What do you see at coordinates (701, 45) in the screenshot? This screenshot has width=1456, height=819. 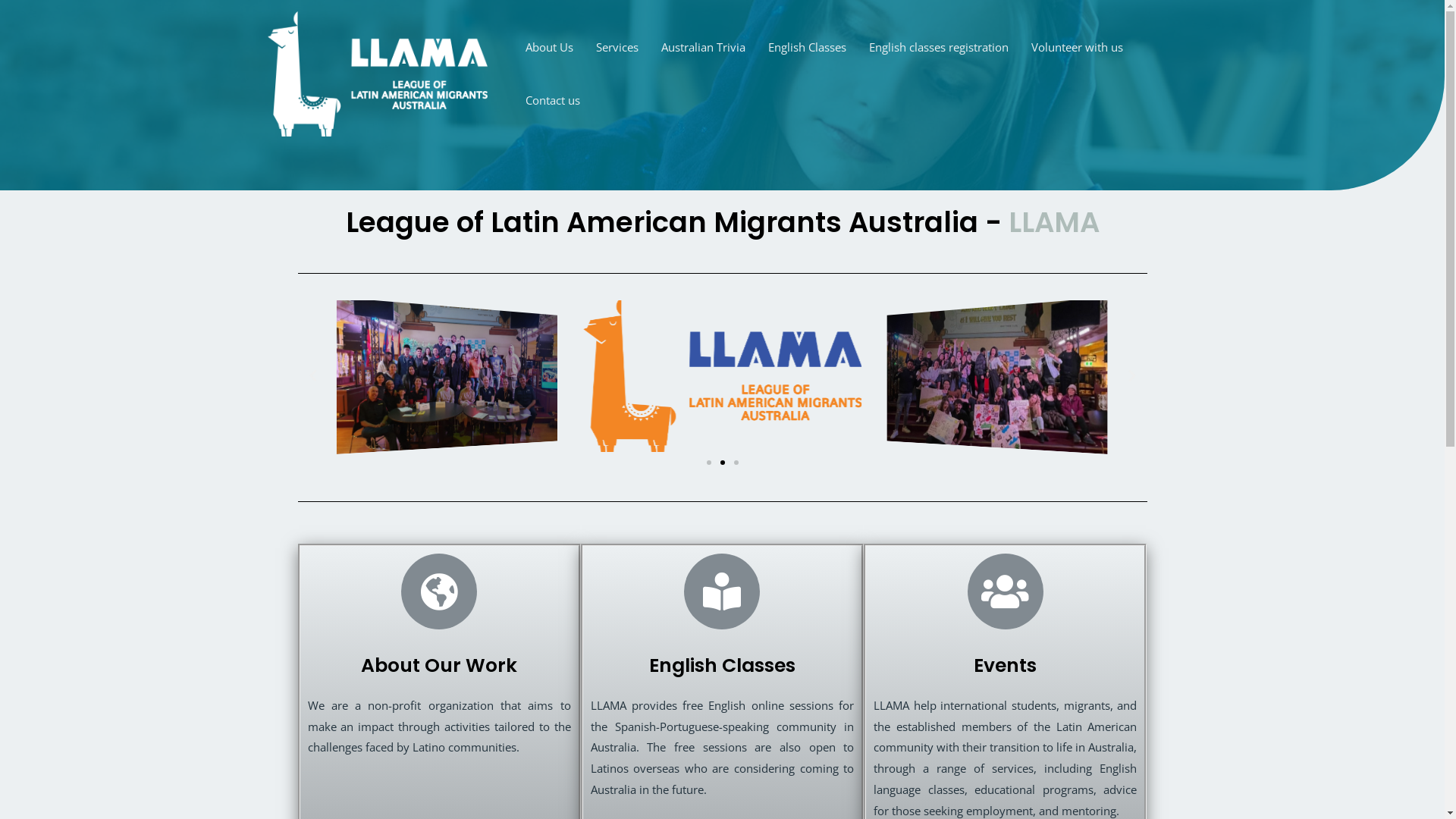 I see `'Australian Trivia'` at bounding box center [701, 45].